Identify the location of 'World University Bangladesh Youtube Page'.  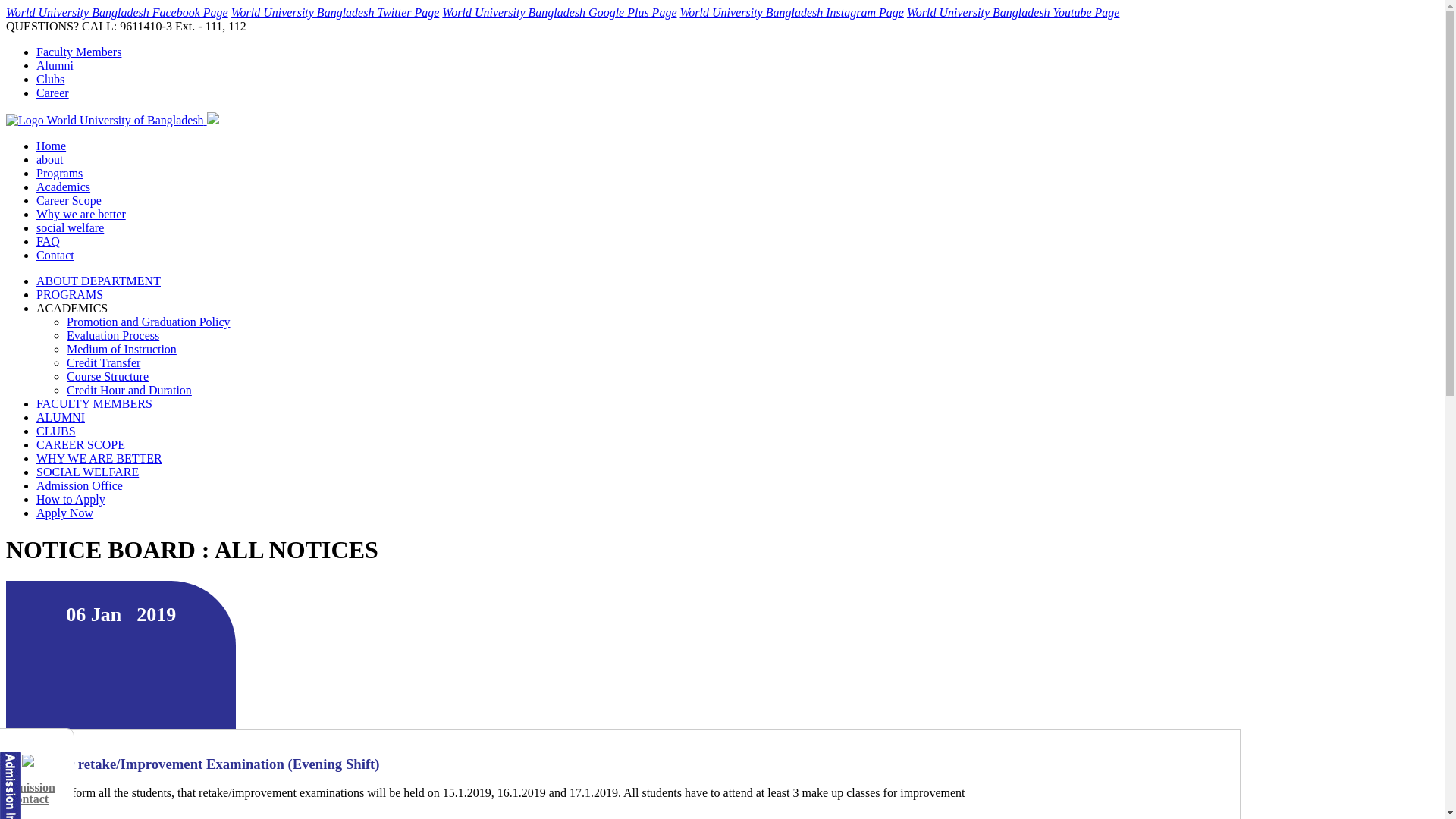
(1013, 12).